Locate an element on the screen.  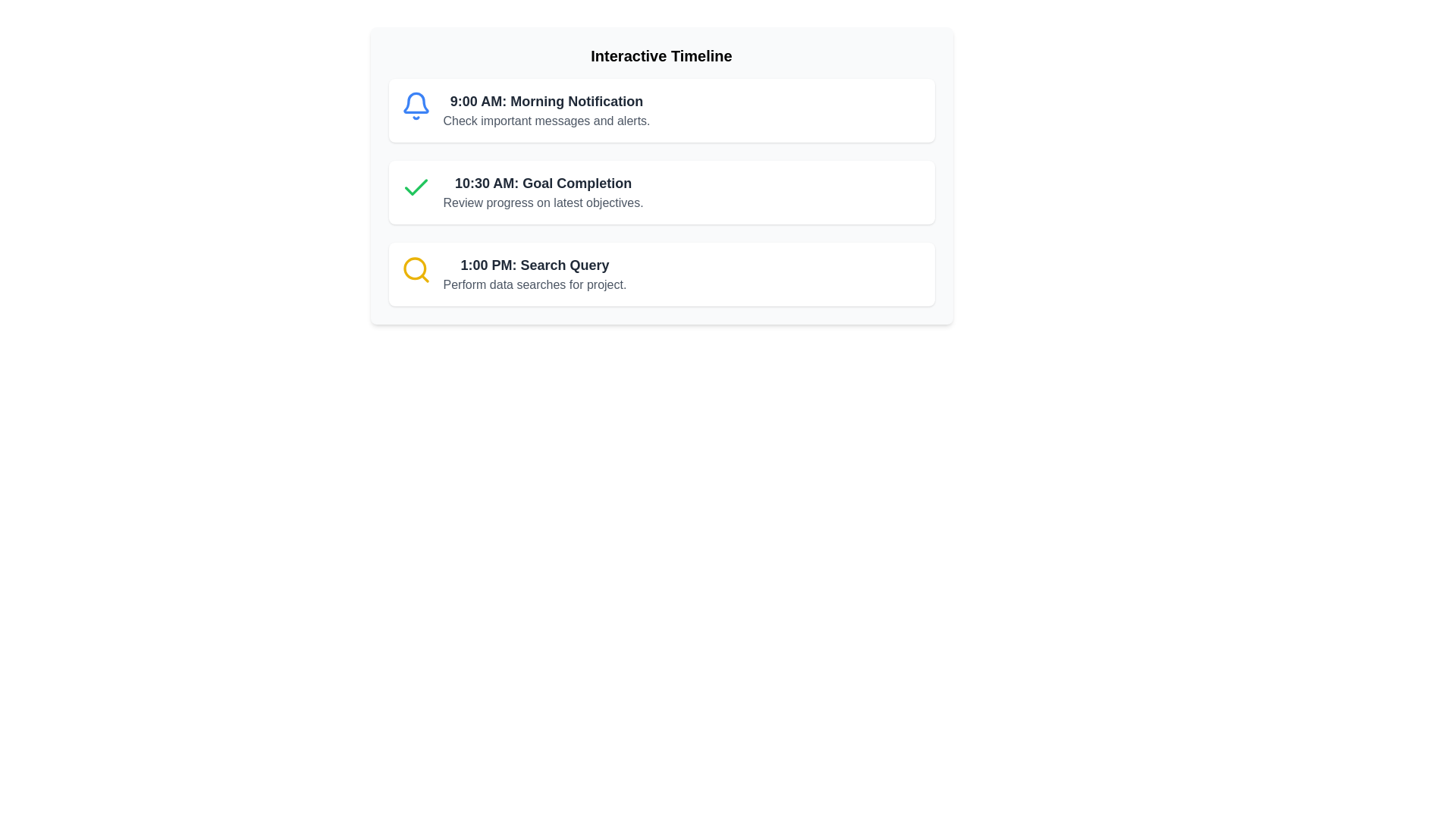
supplementary information text label for the timeline entry '9:00 AM: Morning Notification', which is located directly under the entry's header is located at coordinates (546, 120).